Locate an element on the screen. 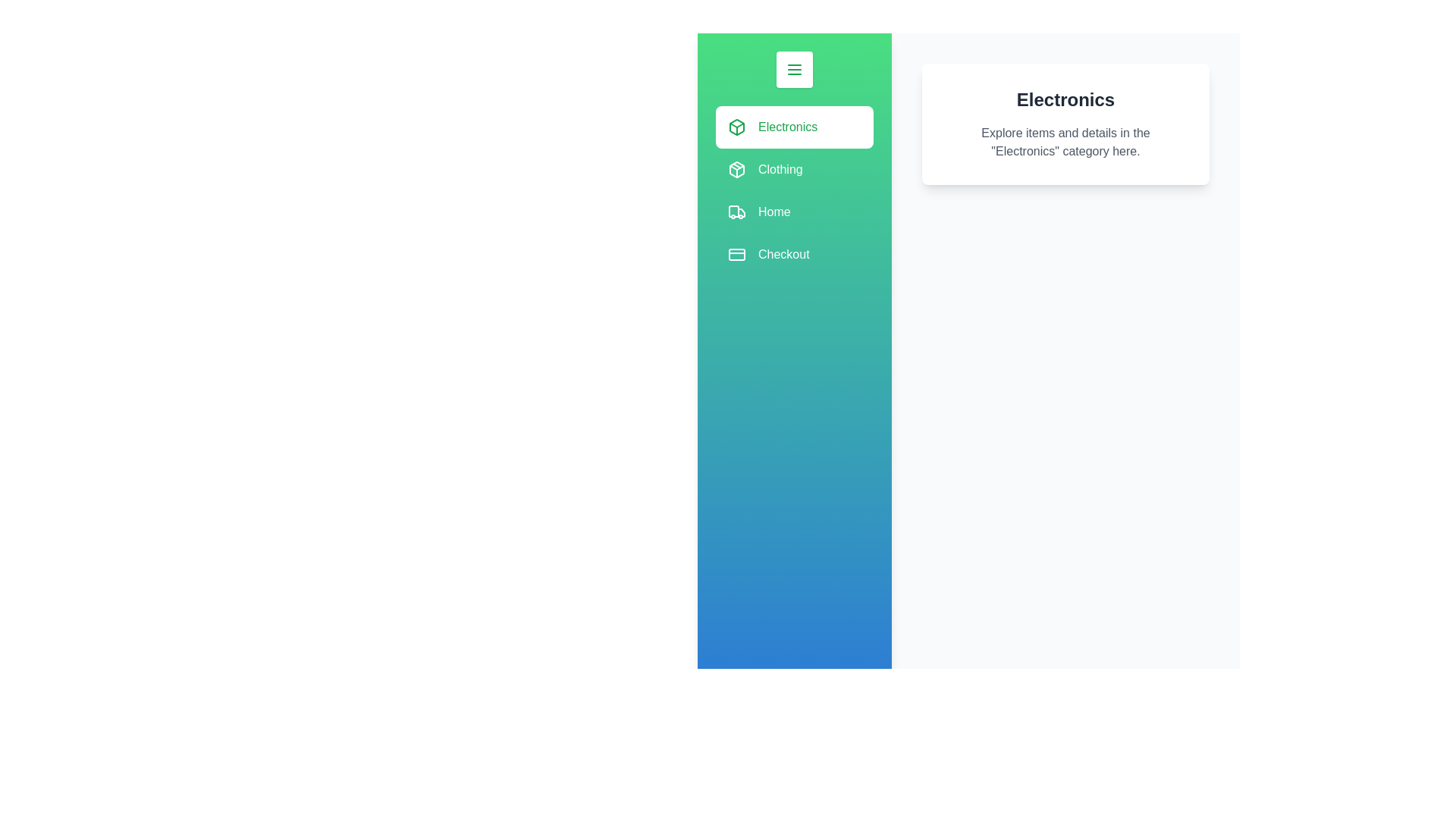 Image resolution: width=1456 pixels, height=819 pixels. the category Clothing from the list by clicking on its interactive area is located at coordinates (793, 169).